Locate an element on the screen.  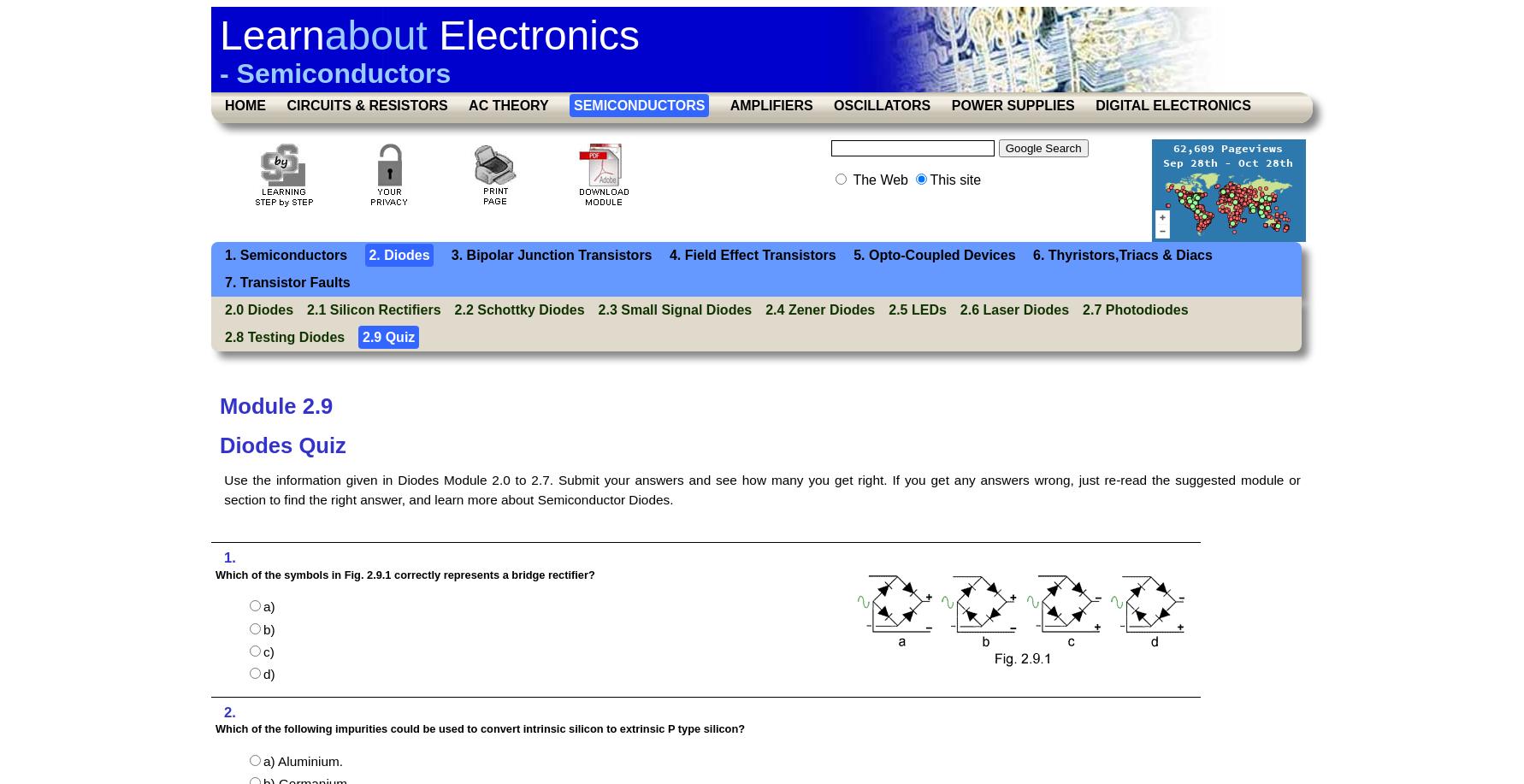
'Use the information given in Diodes Module 2.0 to 2.7. Submit your answers and see how many you get right. If you get any answers wrong, just re-read the suggested module or section to find the right answer, and learn more about Semiconductor Diodes.' is located at coordinates (223, 489).